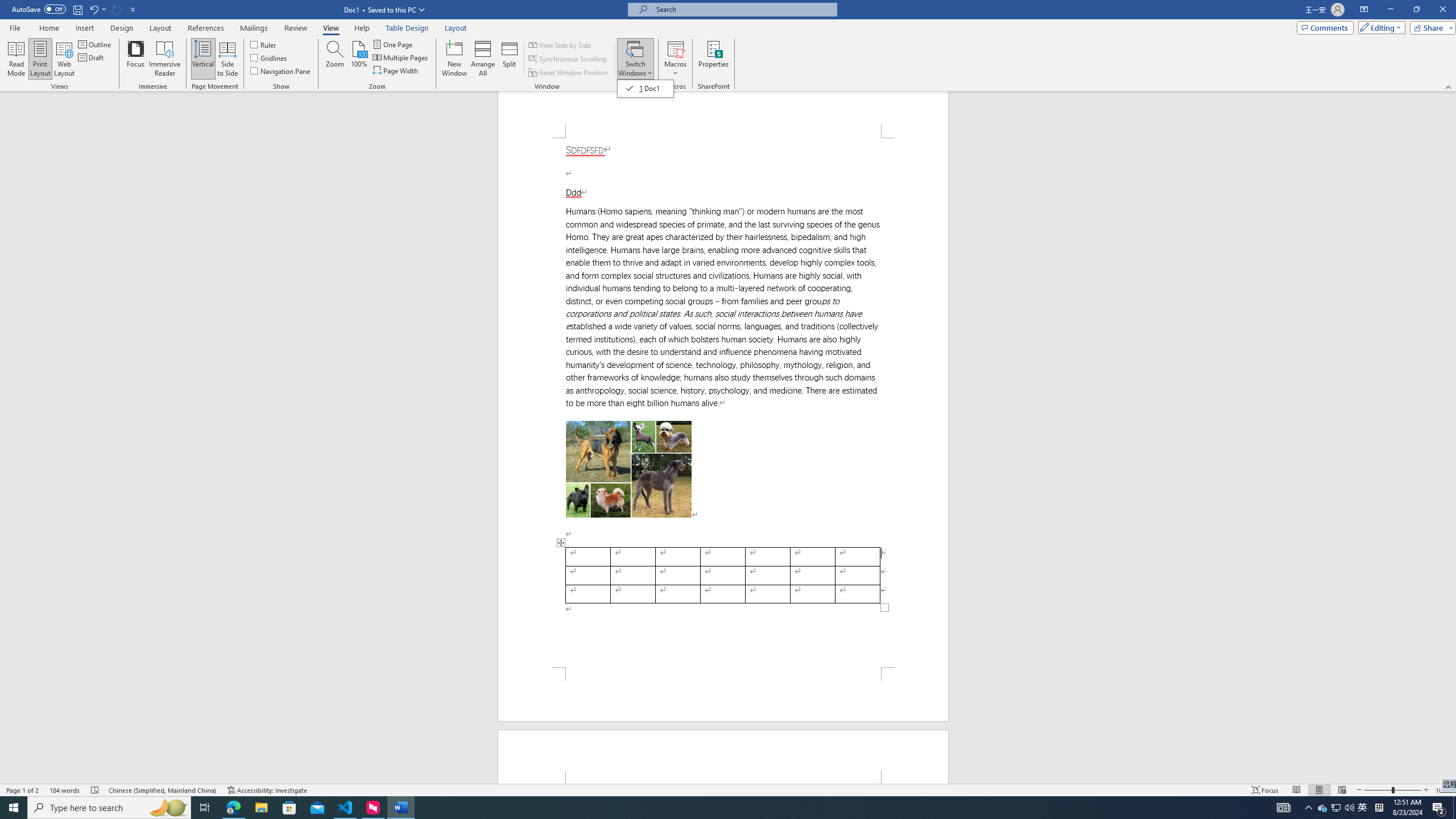  Describe the element at coordinates (206, 28) in the screenshot. I see `'References'` at that location.